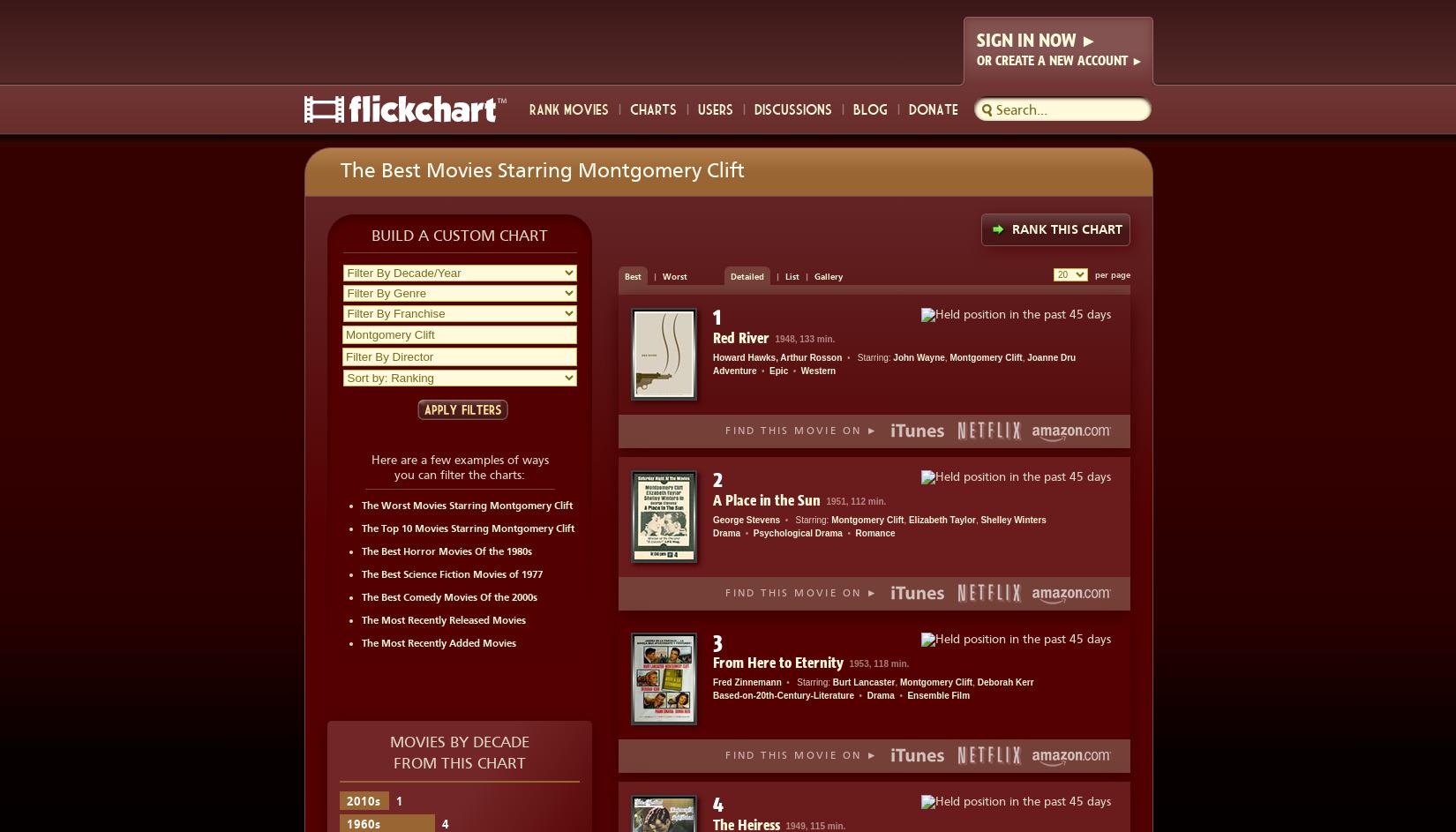  Describe the element at coordinates (624, 275) in the screenshot. I see `'Best'` at that location.